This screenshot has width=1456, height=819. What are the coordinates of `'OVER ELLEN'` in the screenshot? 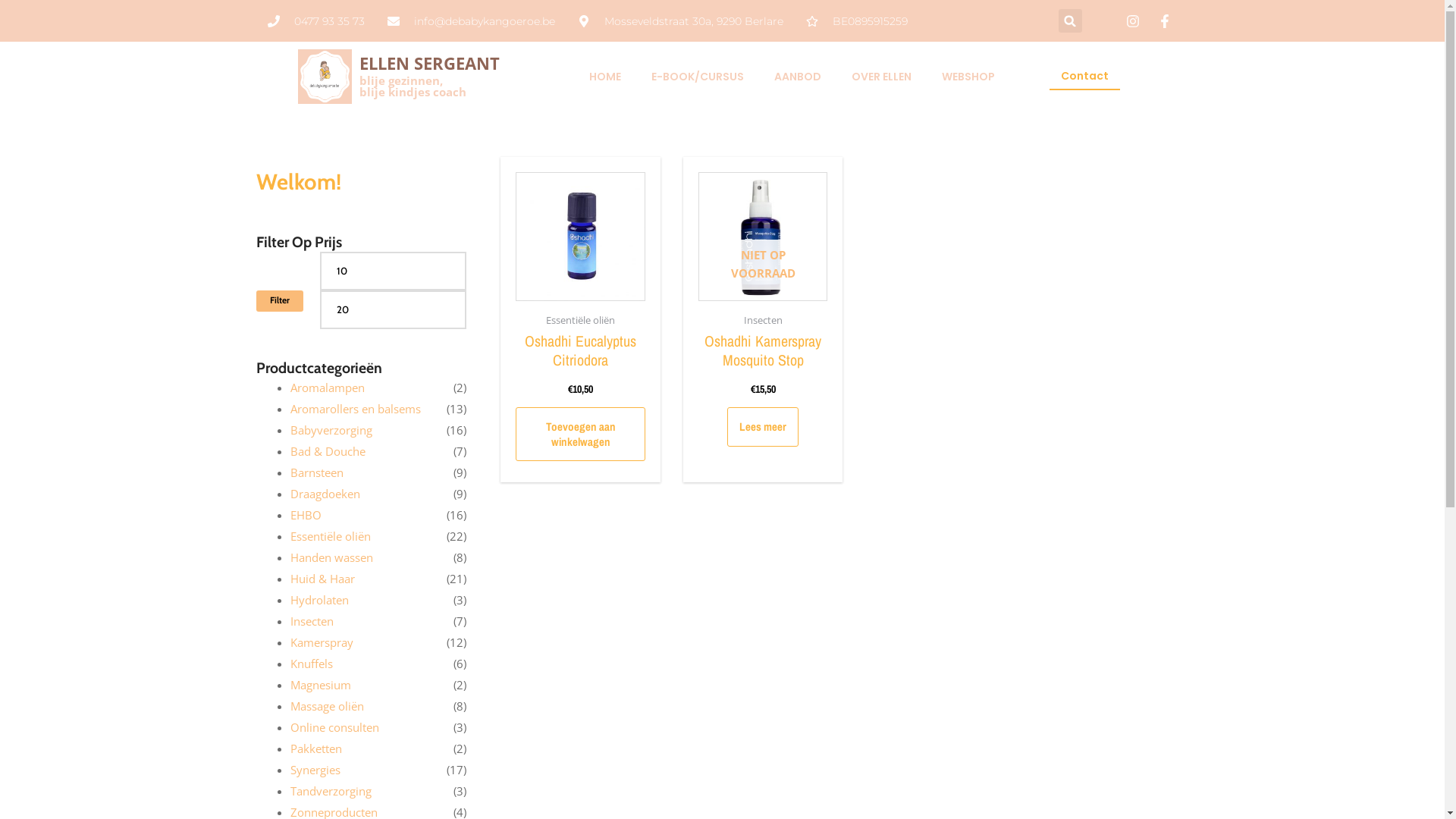 It's located at (881, 76).